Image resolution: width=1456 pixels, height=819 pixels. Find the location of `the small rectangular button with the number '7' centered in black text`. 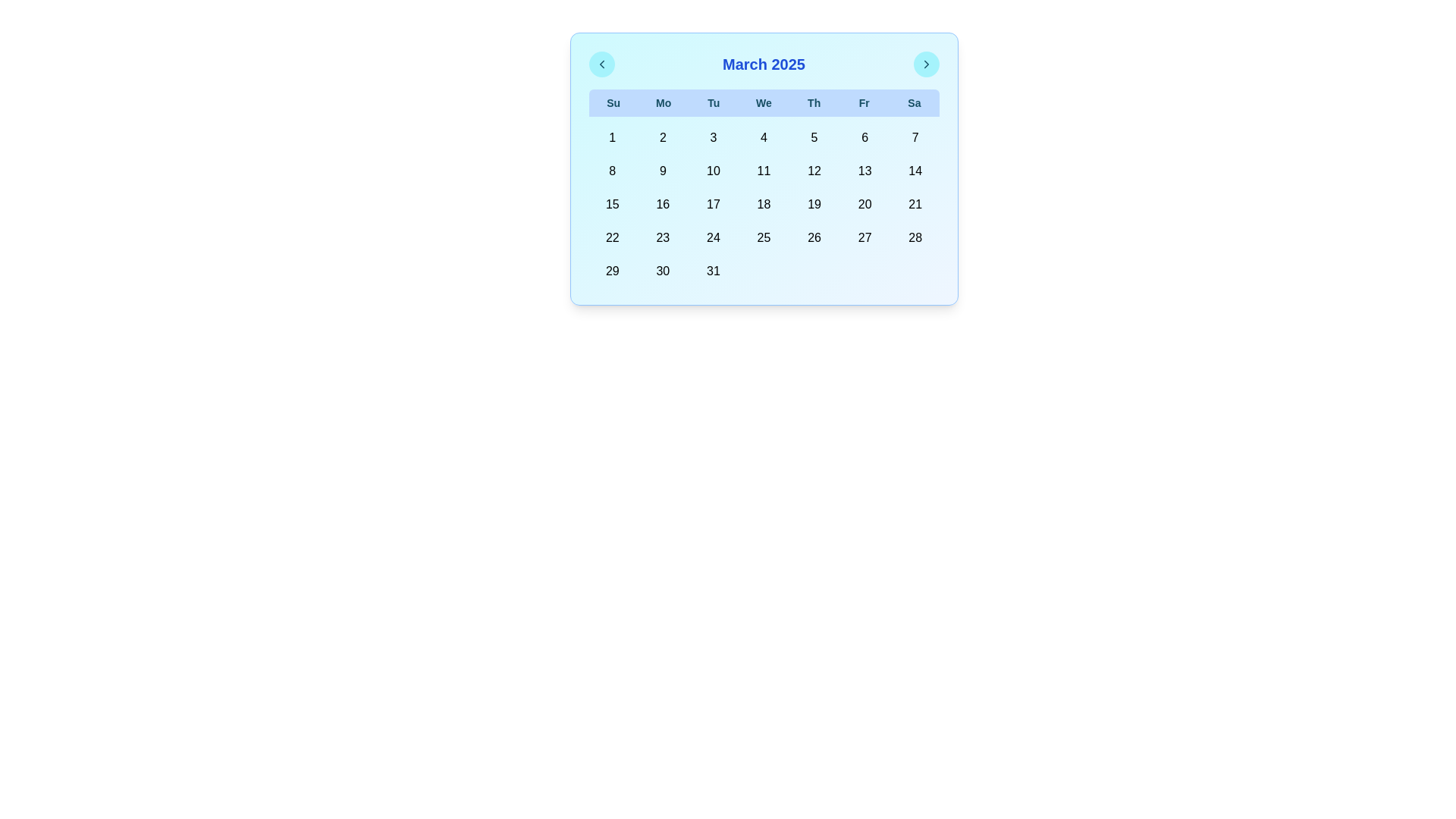

the small rectangular button with the number '7' centered in black text is located at coordinates (915, 137).